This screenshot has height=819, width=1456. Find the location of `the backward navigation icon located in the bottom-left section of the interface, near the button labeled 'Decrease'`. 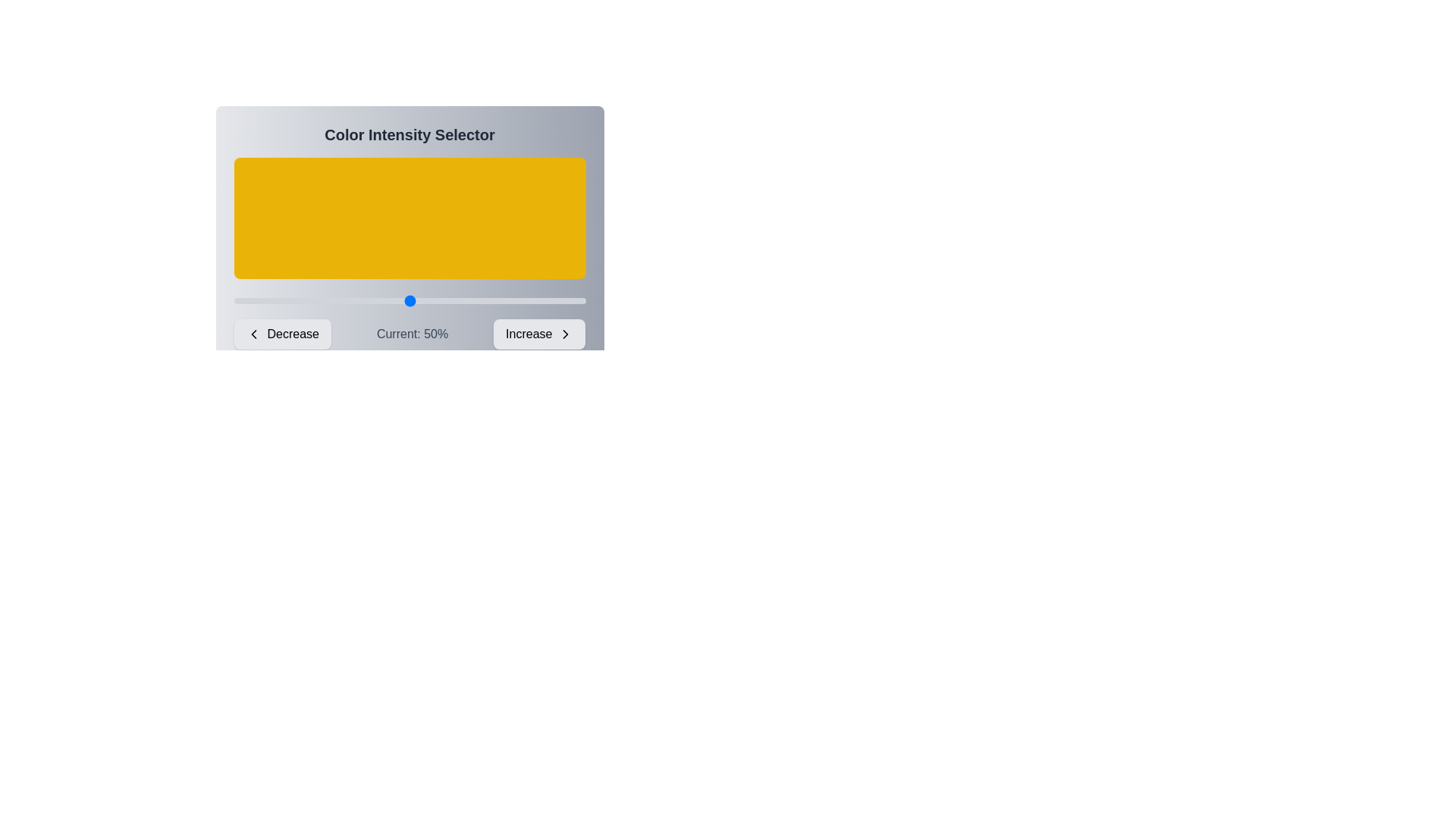

the backward navigation icon located in the bottom-left section of the interface, near the button labeled 'Decrease' is located at coordinates (253, 333).